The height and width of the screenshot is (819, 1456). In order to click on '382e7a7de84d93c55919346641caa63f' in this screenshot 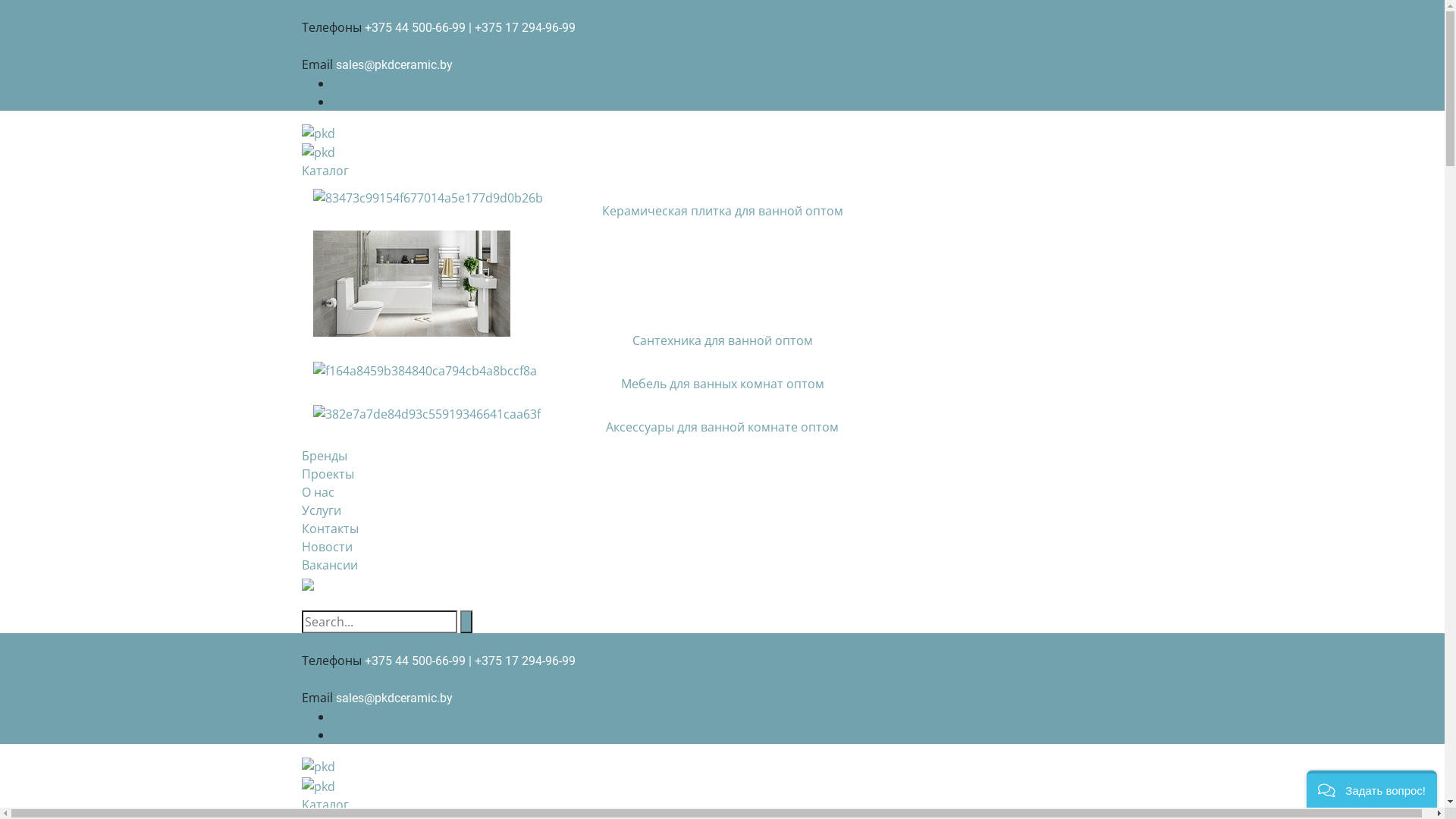, I will do `click(425, 414)`.